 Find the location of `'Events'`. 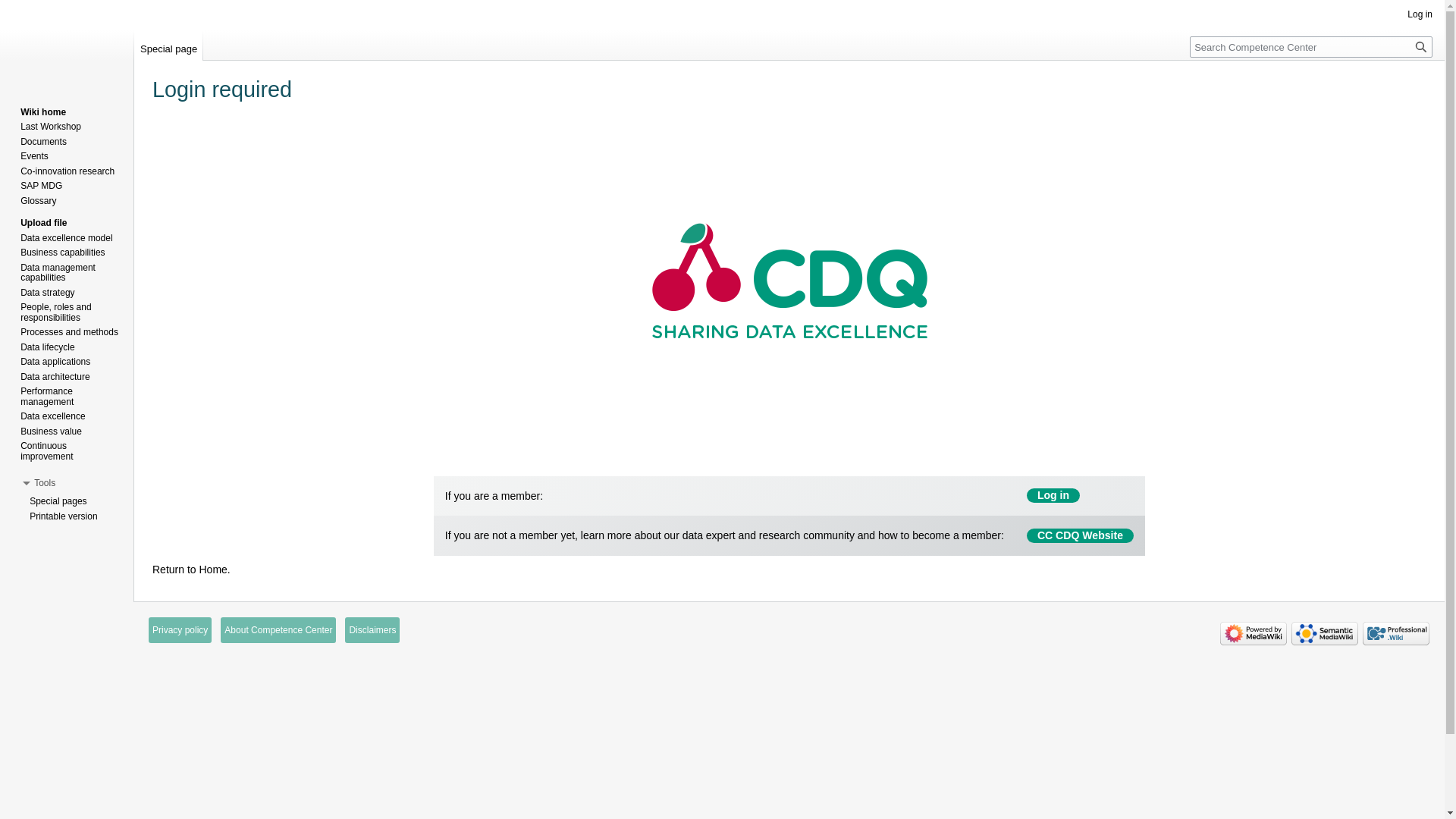

'Events' is located at coordinates (20, 155).